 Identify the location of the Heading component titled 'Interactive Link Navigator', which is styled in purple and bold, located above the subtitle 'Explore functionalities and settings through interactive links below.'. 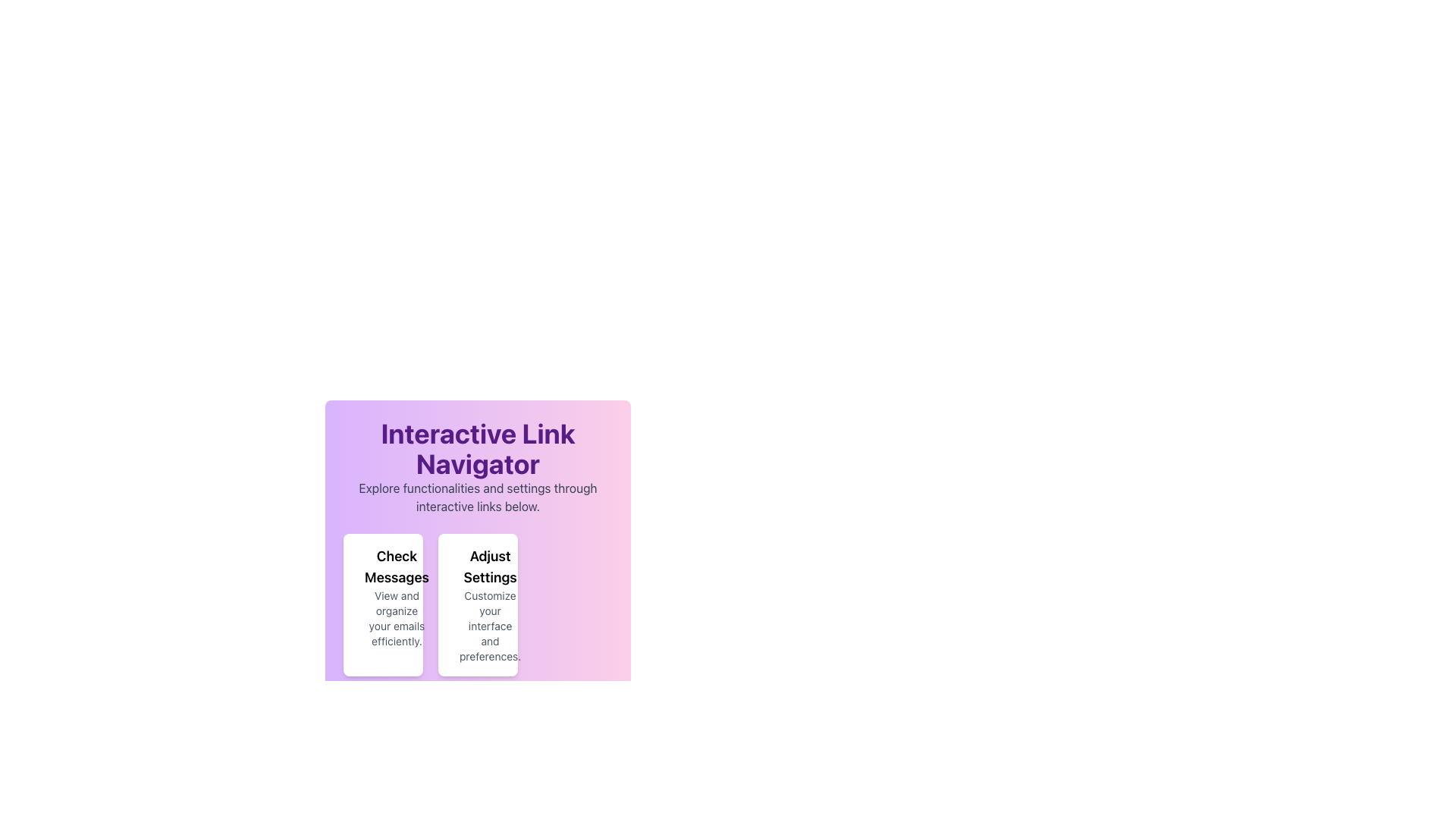
(477, 447).